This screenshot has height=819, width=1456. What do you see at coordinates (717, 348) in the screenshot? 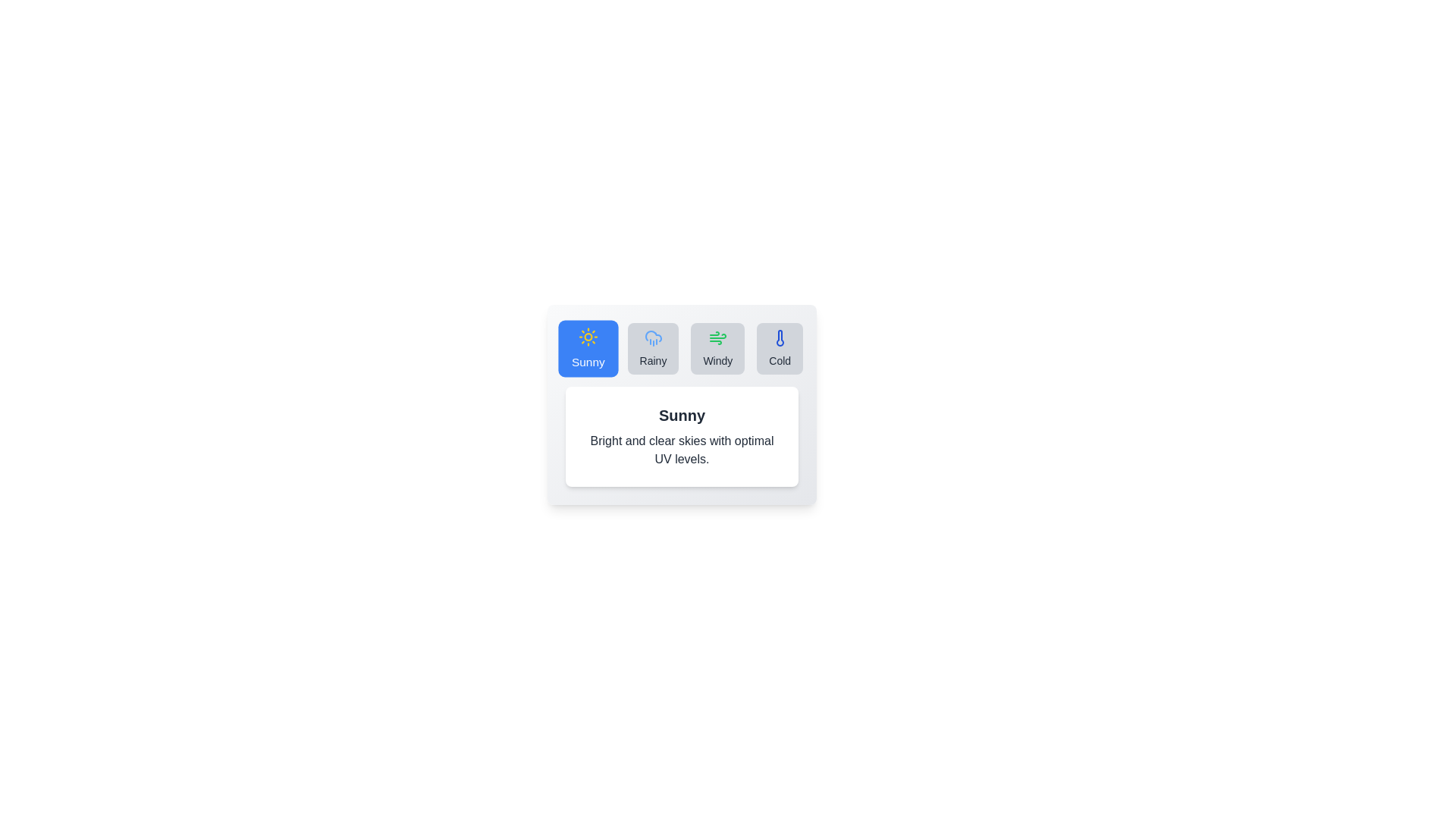
I see `the Windy tab to view its content` at bounding box center [717, 348].